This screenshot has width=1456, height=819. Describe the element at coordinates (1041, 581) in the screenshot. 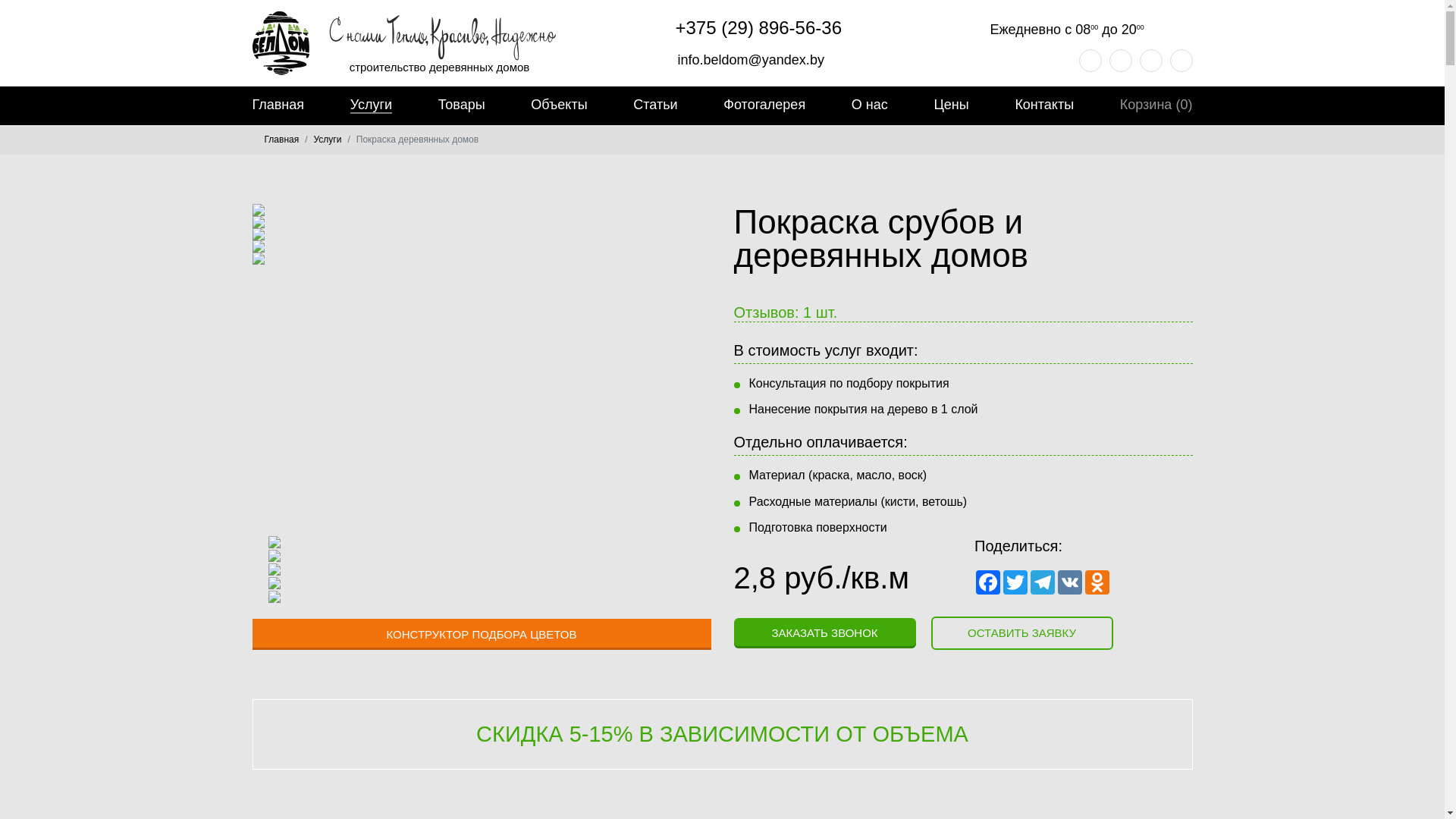

I see `'Telegram'` at that location.